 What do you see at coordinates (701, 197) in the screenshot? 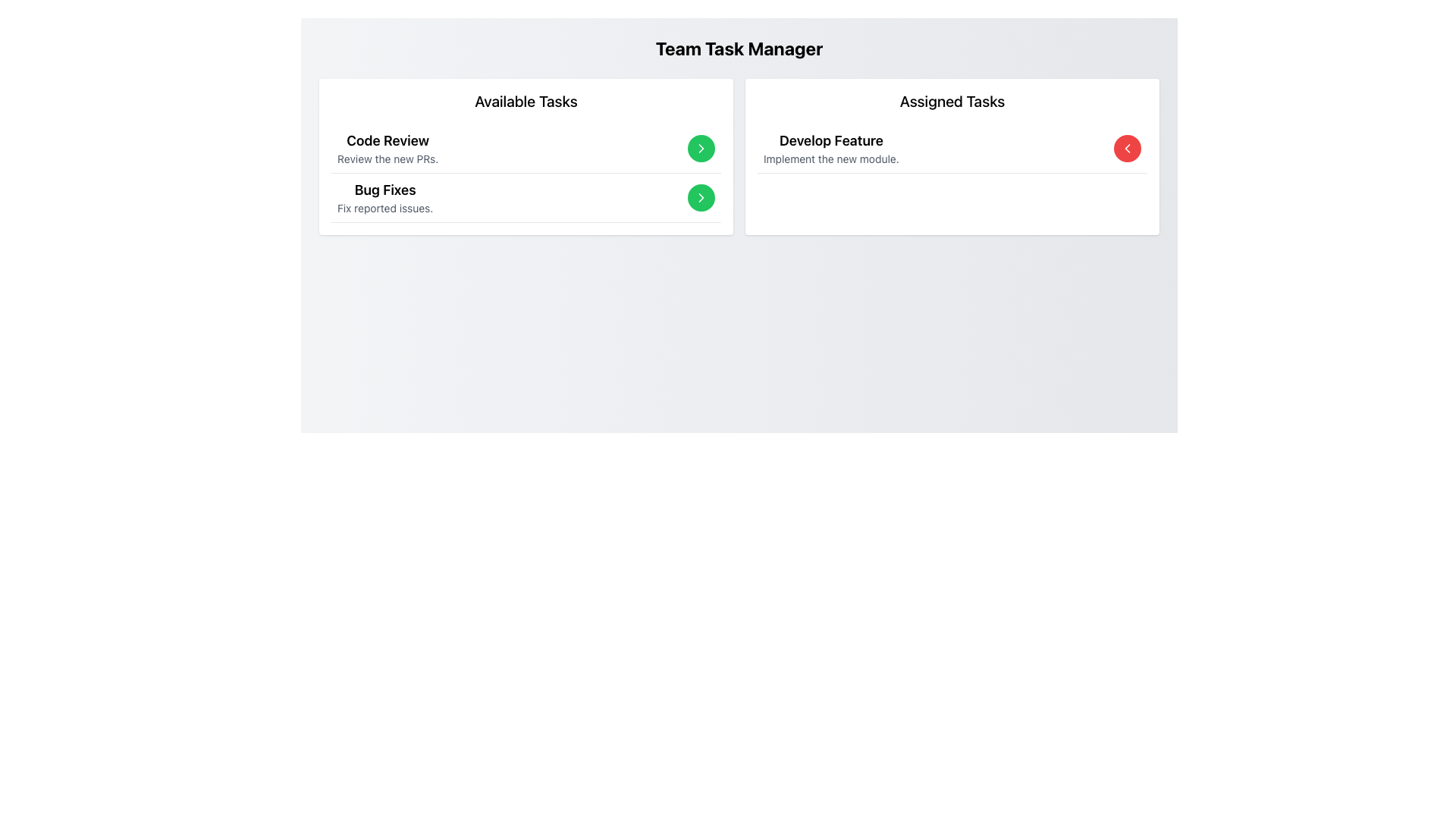
I see `the right-facing chevron icon button with a green circular background located in the 'Available Tasks' section, to the right of the 'Bug Fixes' list item` at bounding box center [701, 197].